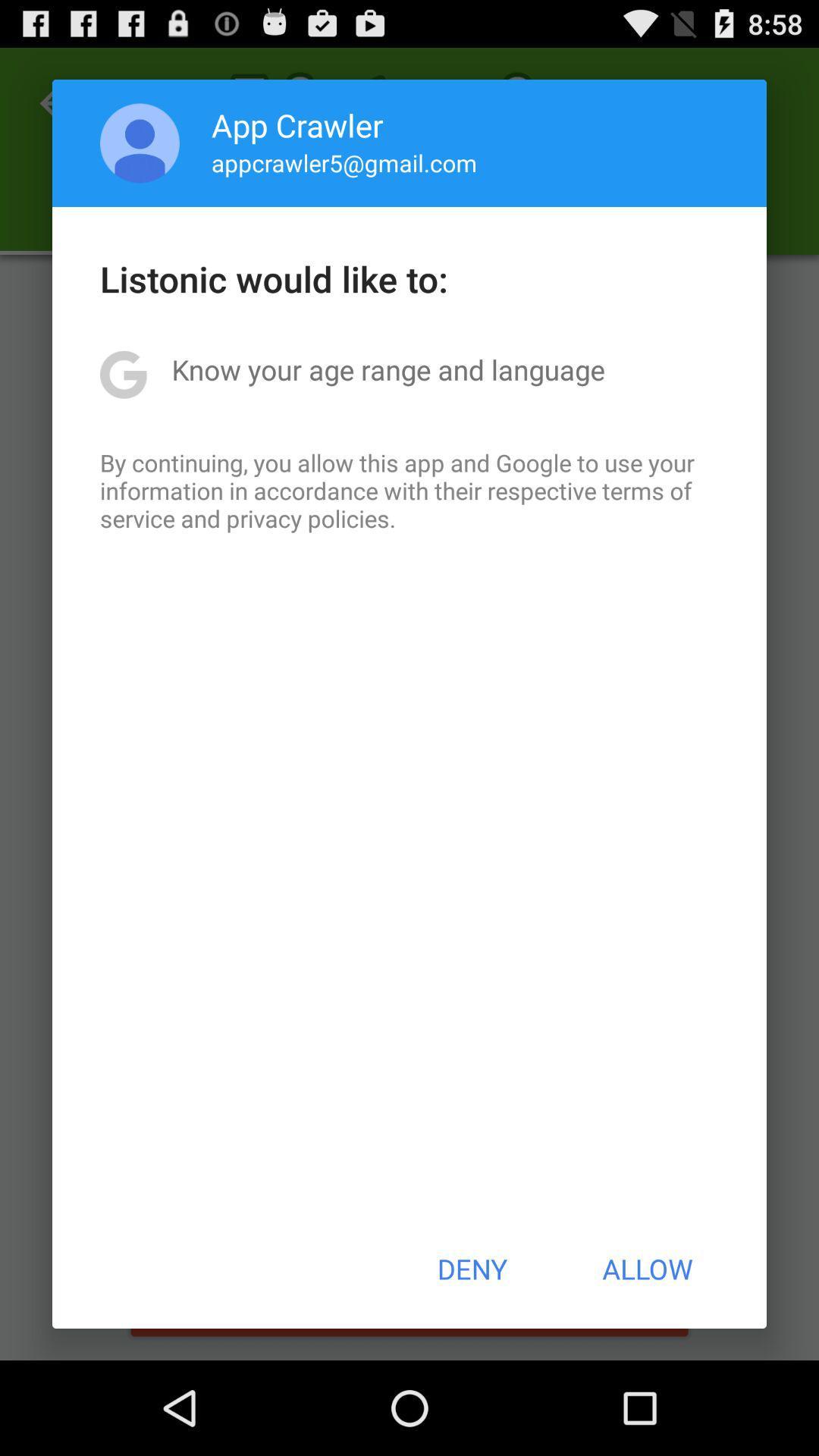  Describe the element at coordinates (388, 369) in the screenshot. I see `icon below listonic would like` at that location.